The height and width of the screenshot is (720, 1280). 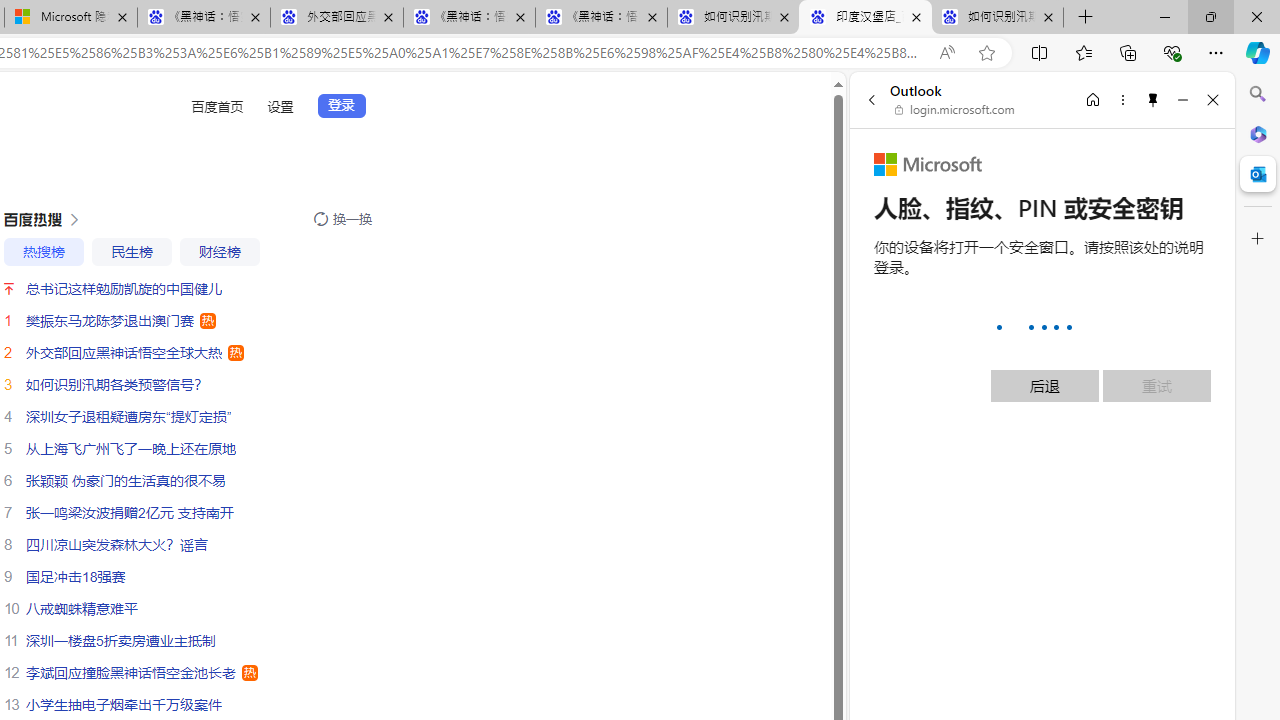 I want to click on 'login.microsoft.com', so click(x=954, y=110).